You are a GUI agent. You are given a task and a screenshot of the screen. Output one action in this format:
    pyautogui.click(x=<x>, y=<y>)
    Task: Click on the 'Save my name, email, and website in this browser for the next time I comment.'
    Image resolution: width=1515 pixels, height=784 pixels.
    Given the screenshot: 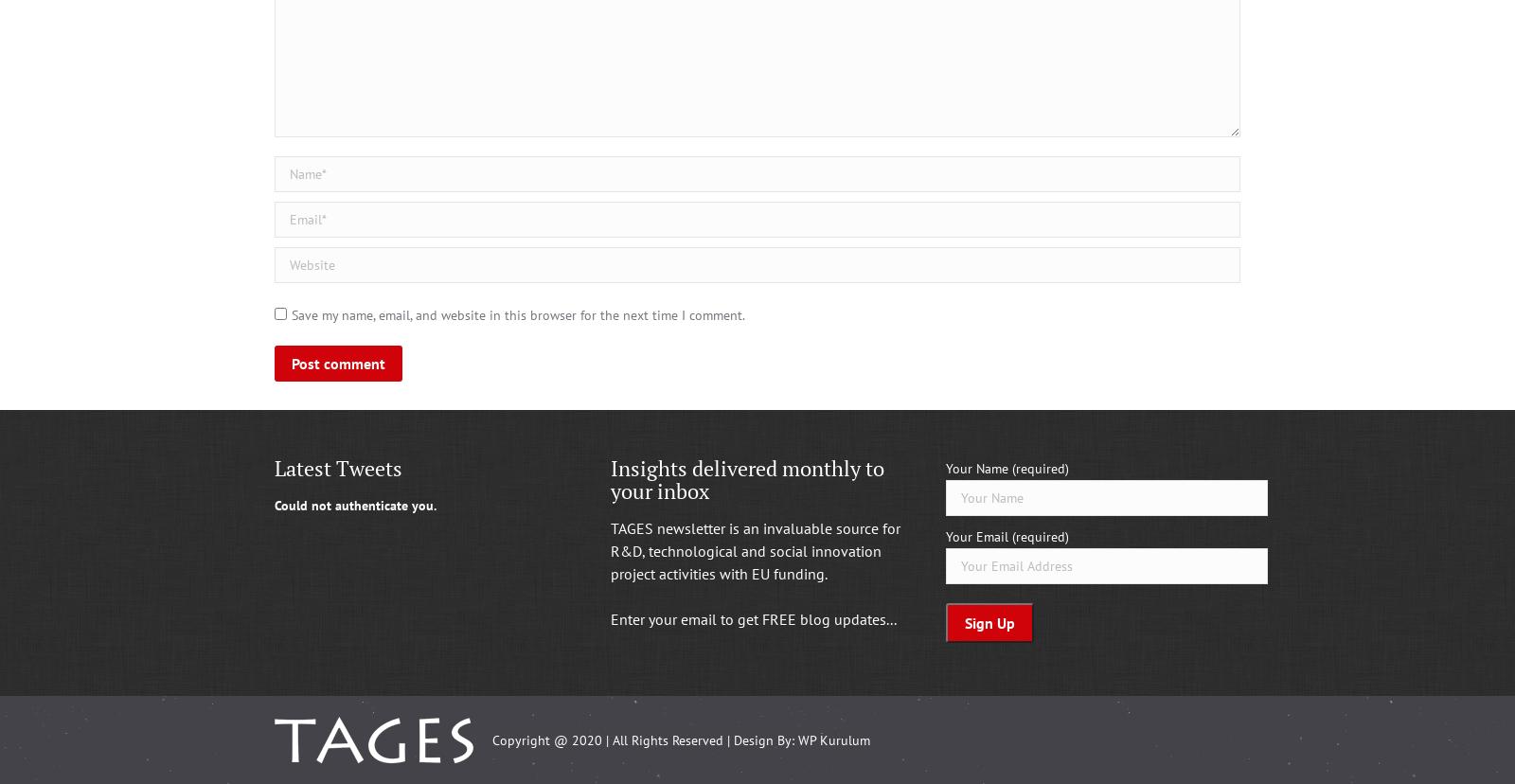 What is the action you would take?
    pyautogui.click(x=517, y=314)
    